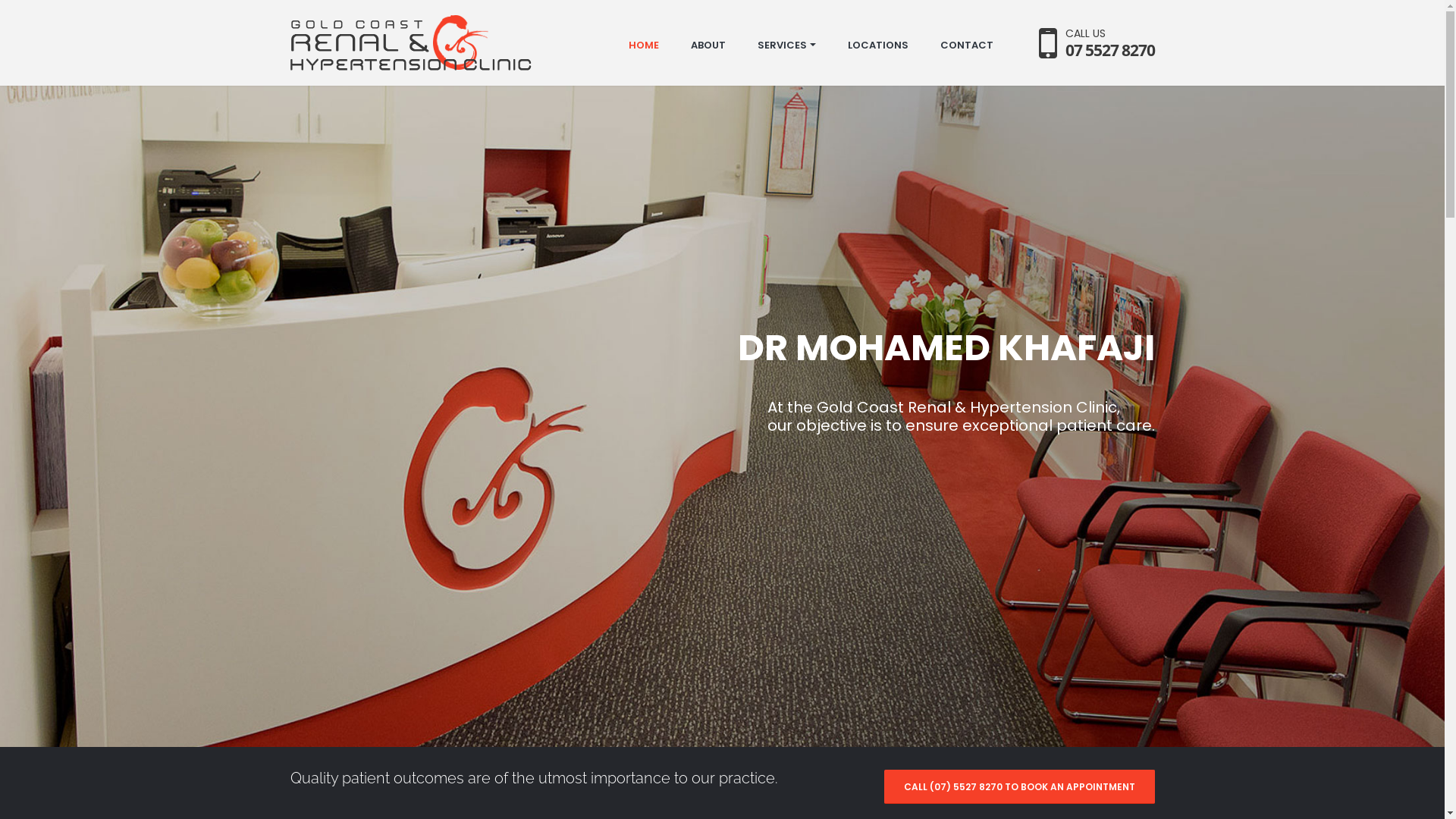 Image resolution: width=1456 pixels, height=819 pixels. I want to click on 'CALL (07) 5527 8270 TO BOOK AN APPOINTMENT', so click(884, 786).